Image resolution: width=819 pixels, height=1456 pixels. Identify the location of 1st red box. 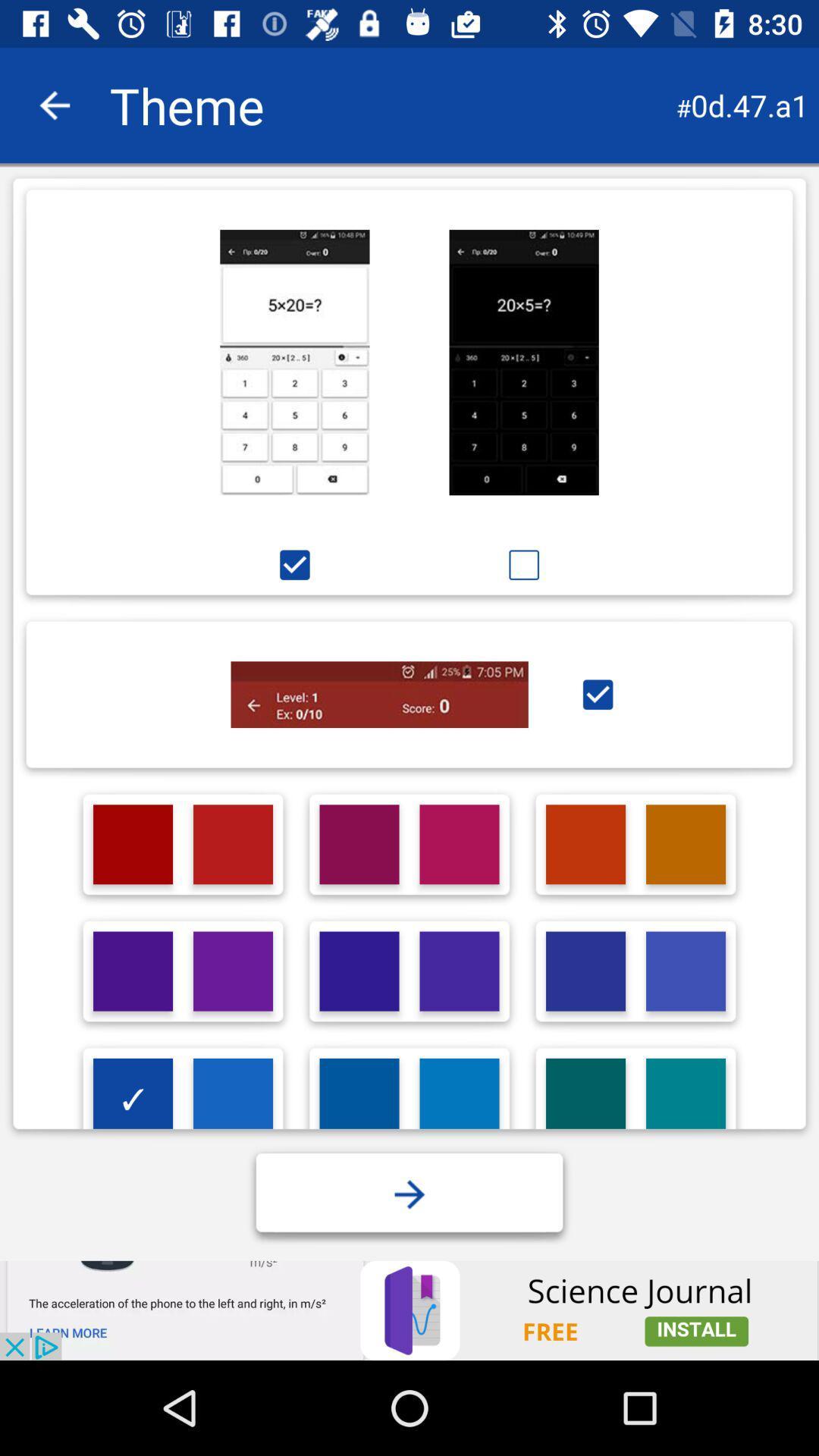
(132, 843).